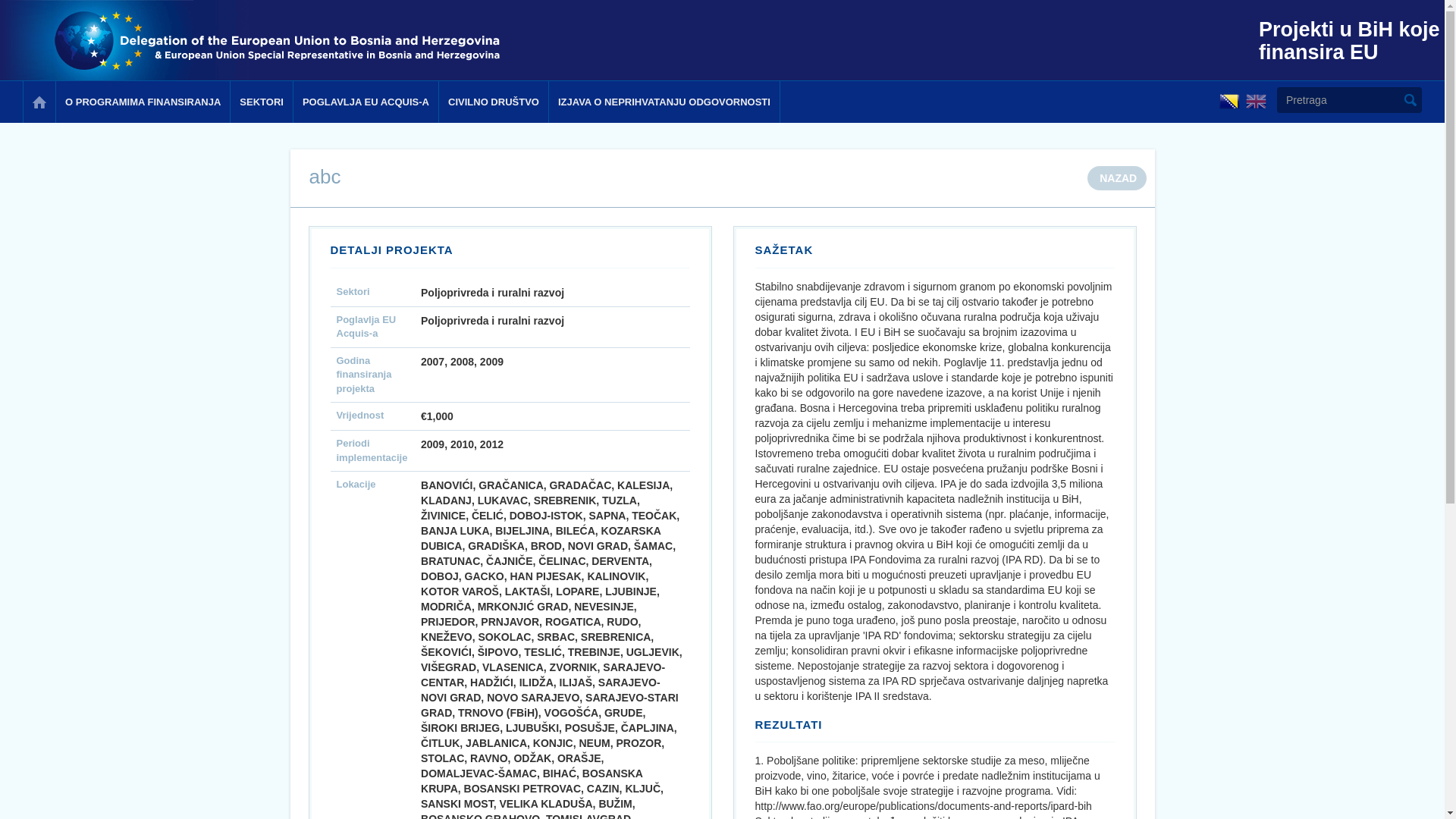  I want to click on 'NAZAD', so click(1117, 177).